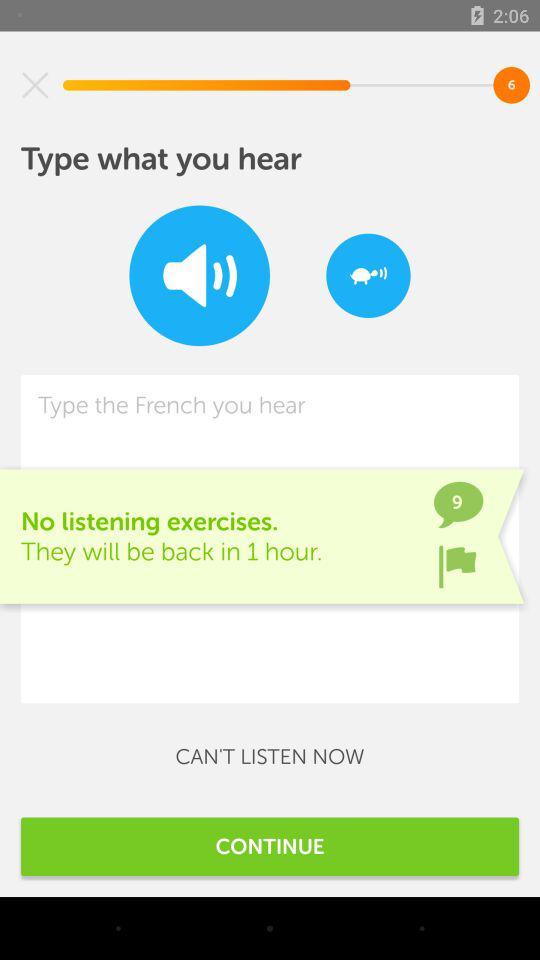 Image resolution: width=540 pixels, height=960 pixels. What do you see at coordinates (270, 755) in the screenshot?
I see `can t listen item` at bounding box center [270, 755].